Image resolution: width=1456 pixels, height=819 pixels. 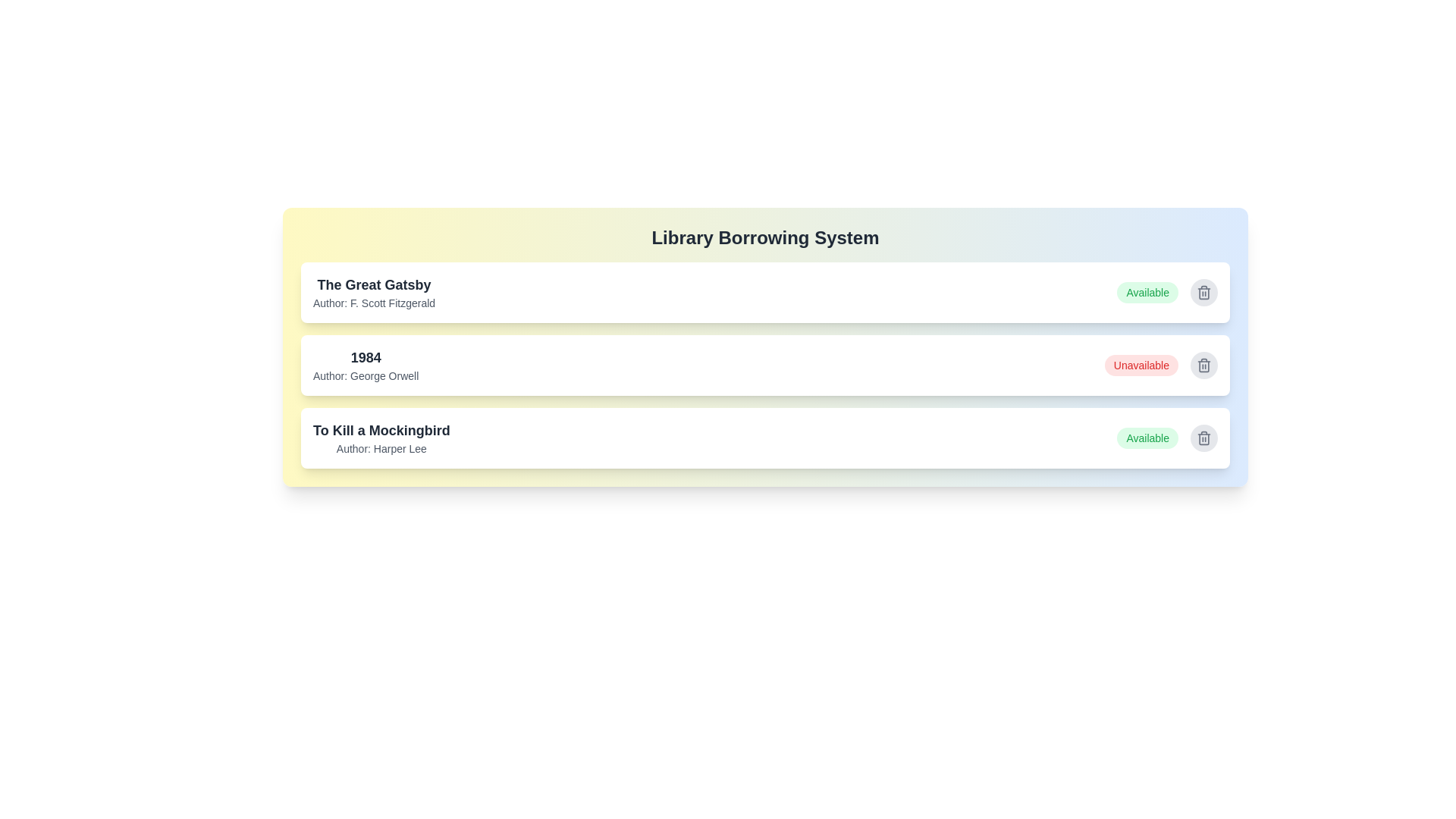 What do you see at coordinates (765, 237) in the screenshot?
I see `the header title 'Library Borrowing System'` at bounding box center [765, 237].